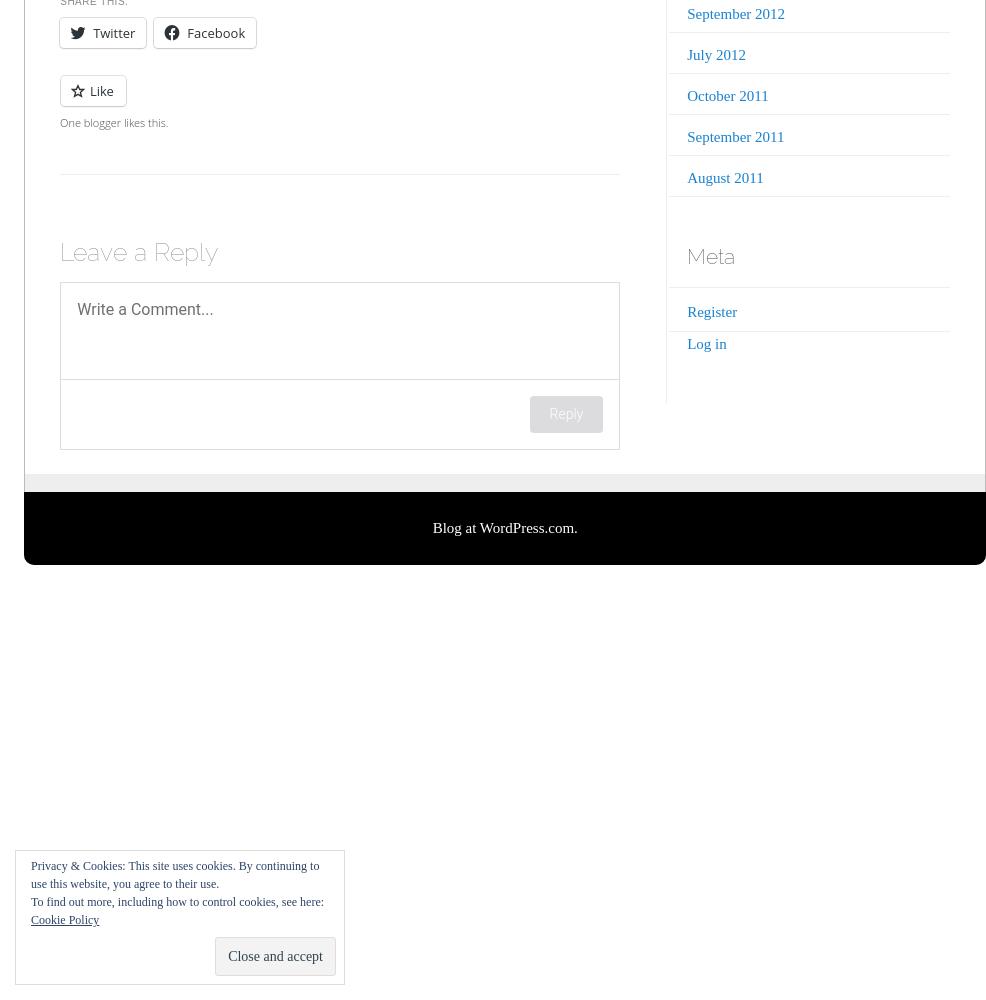 This screenshot has width=986, height=1000. Describe the element at coordinates (734, 136) in the screenshot. I see `'September 2011'` at that location.